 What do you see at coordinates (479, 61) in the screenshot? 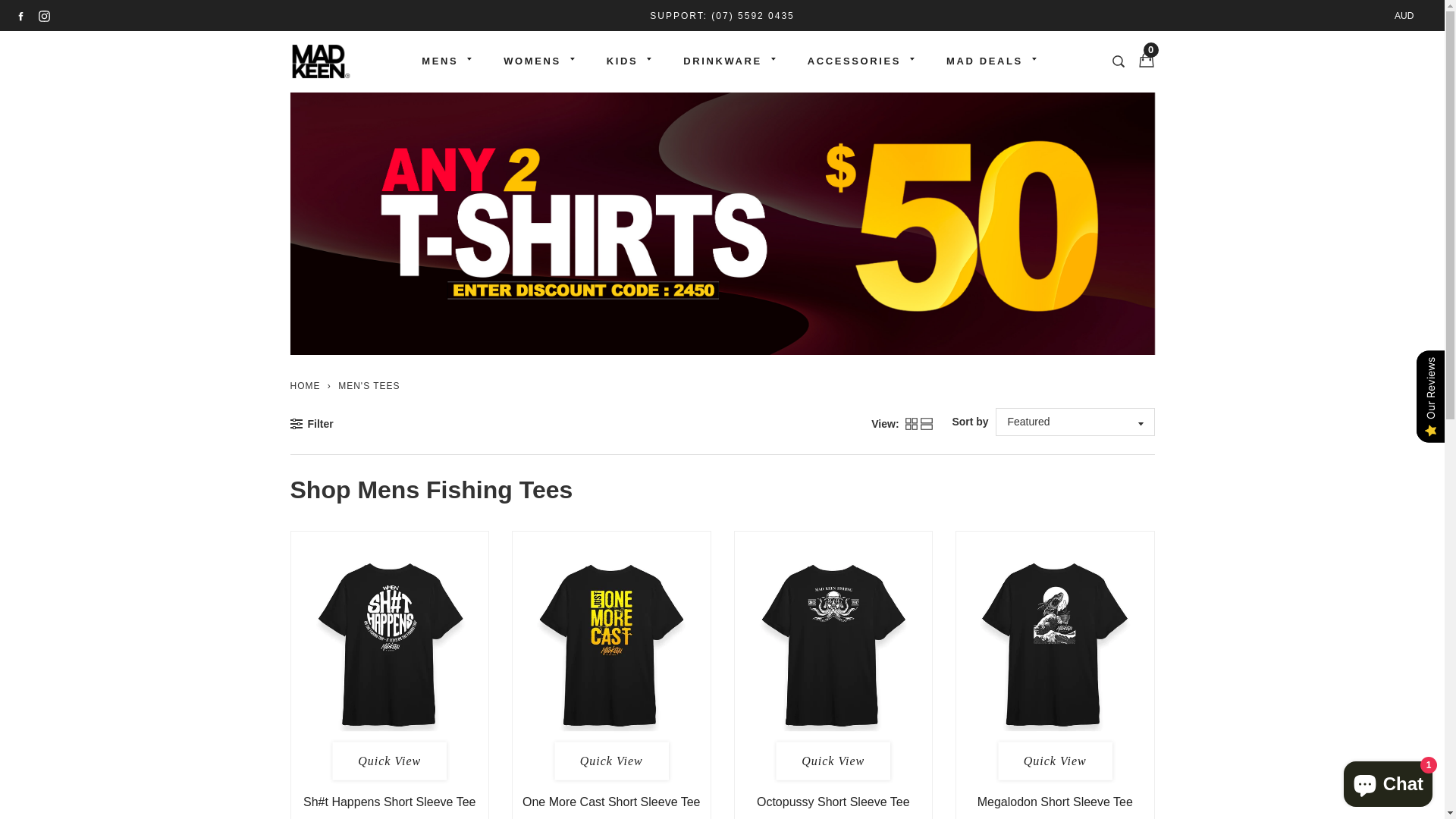
I see `'WOMENS'` at bounding box center [479, 61].